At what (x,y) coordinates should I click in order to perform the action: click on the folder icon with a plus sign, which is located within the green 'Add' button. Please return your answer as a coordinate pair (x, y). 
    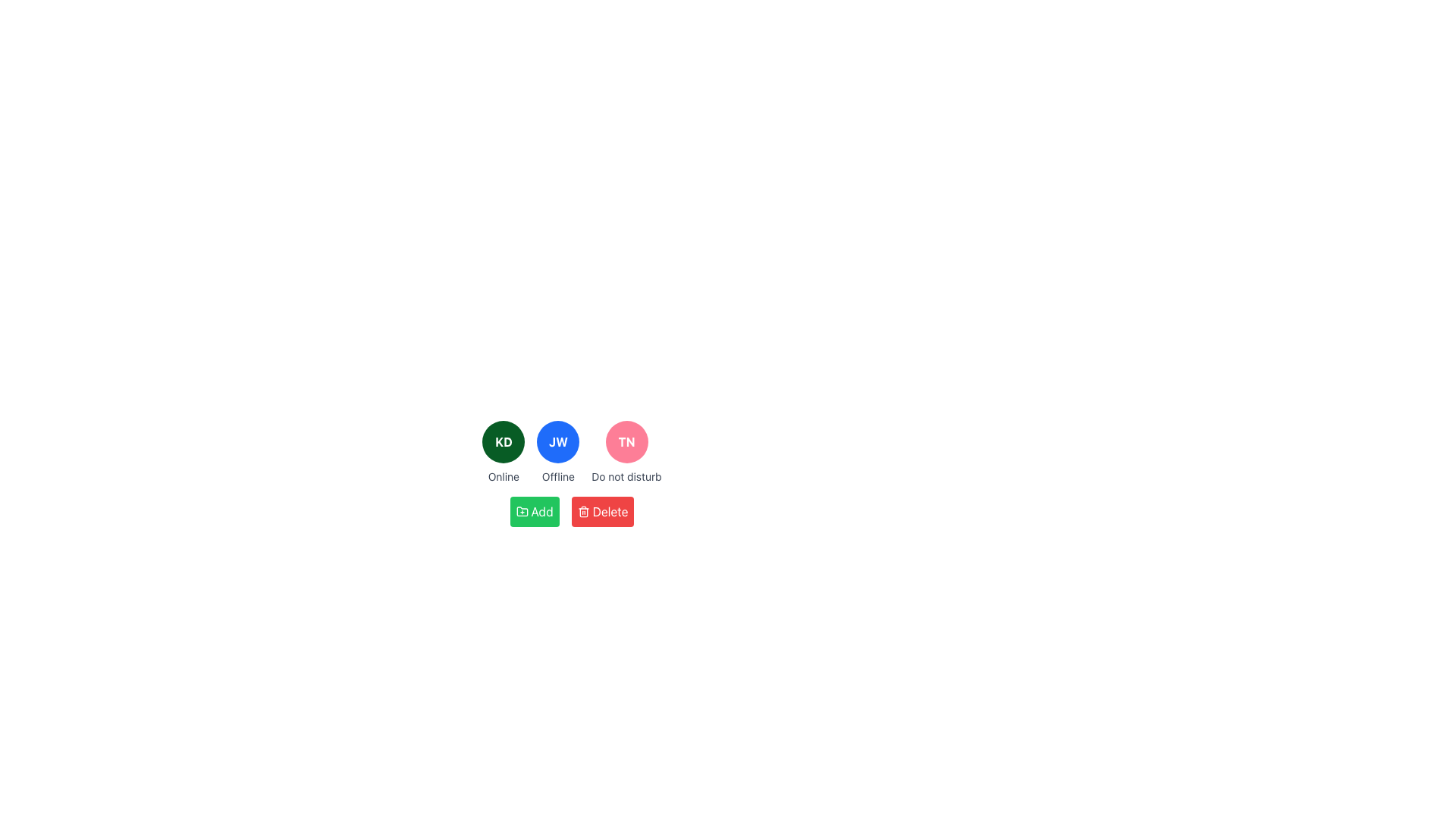
    Looking at the image, I should click on (522, 512).